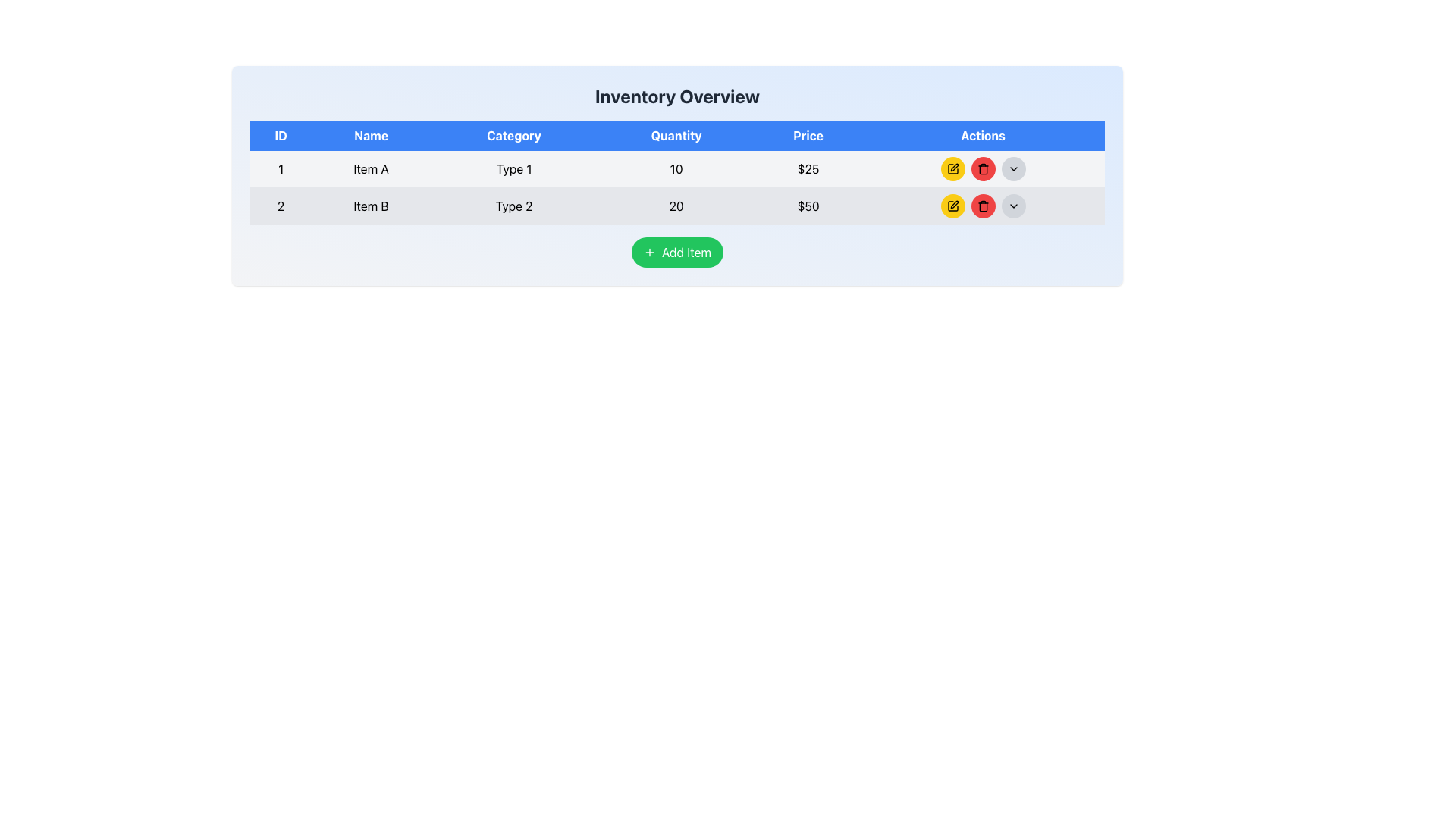  I want to click on the circular button with a yellow background in the Actions column of the first row in the table, which is used to initiate an editing action, so click(952, 169).